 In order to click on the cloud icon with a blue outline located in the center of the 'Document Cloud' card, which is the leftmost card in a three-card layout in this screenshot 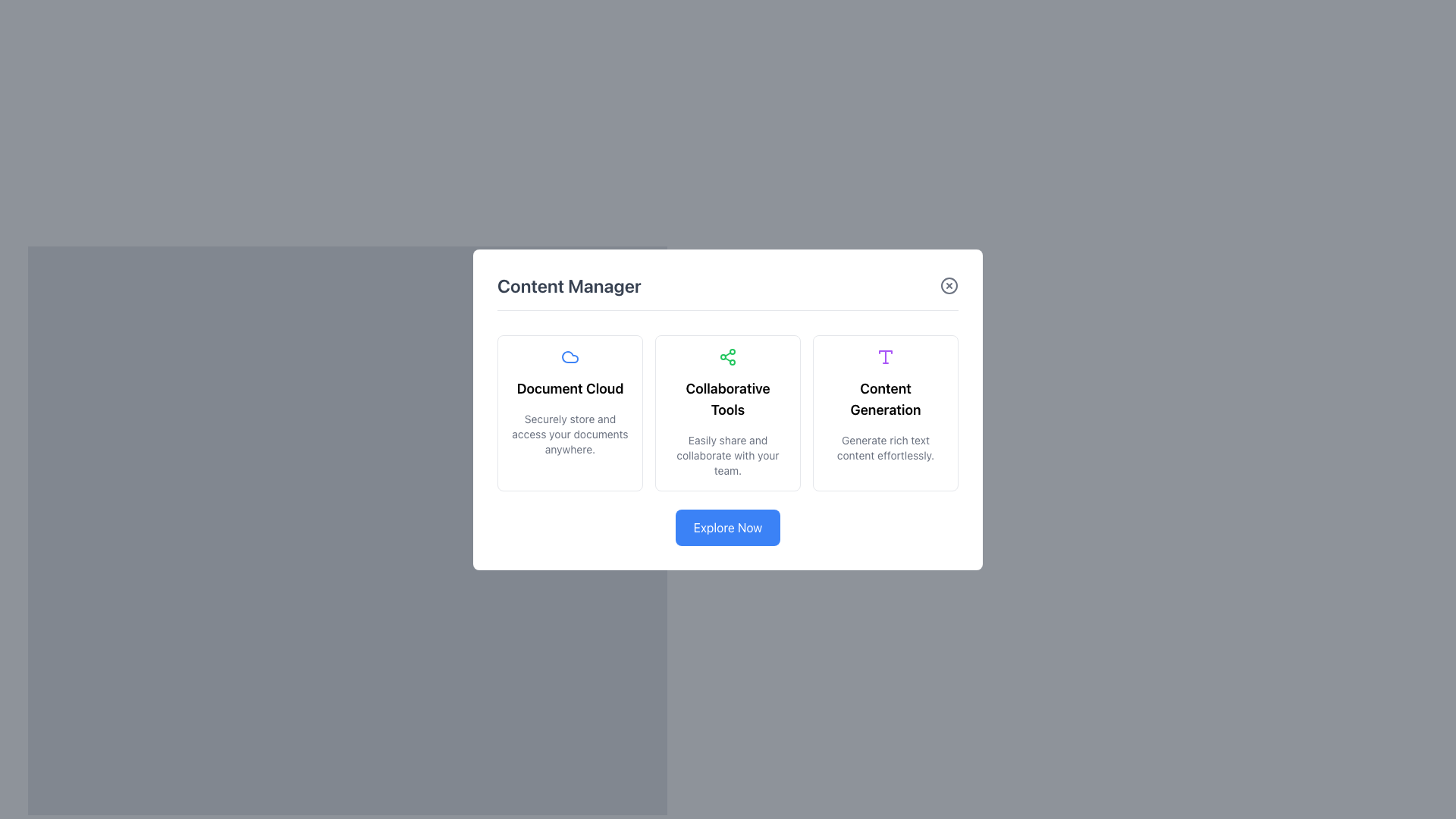, I will do `click(570, 356)`.